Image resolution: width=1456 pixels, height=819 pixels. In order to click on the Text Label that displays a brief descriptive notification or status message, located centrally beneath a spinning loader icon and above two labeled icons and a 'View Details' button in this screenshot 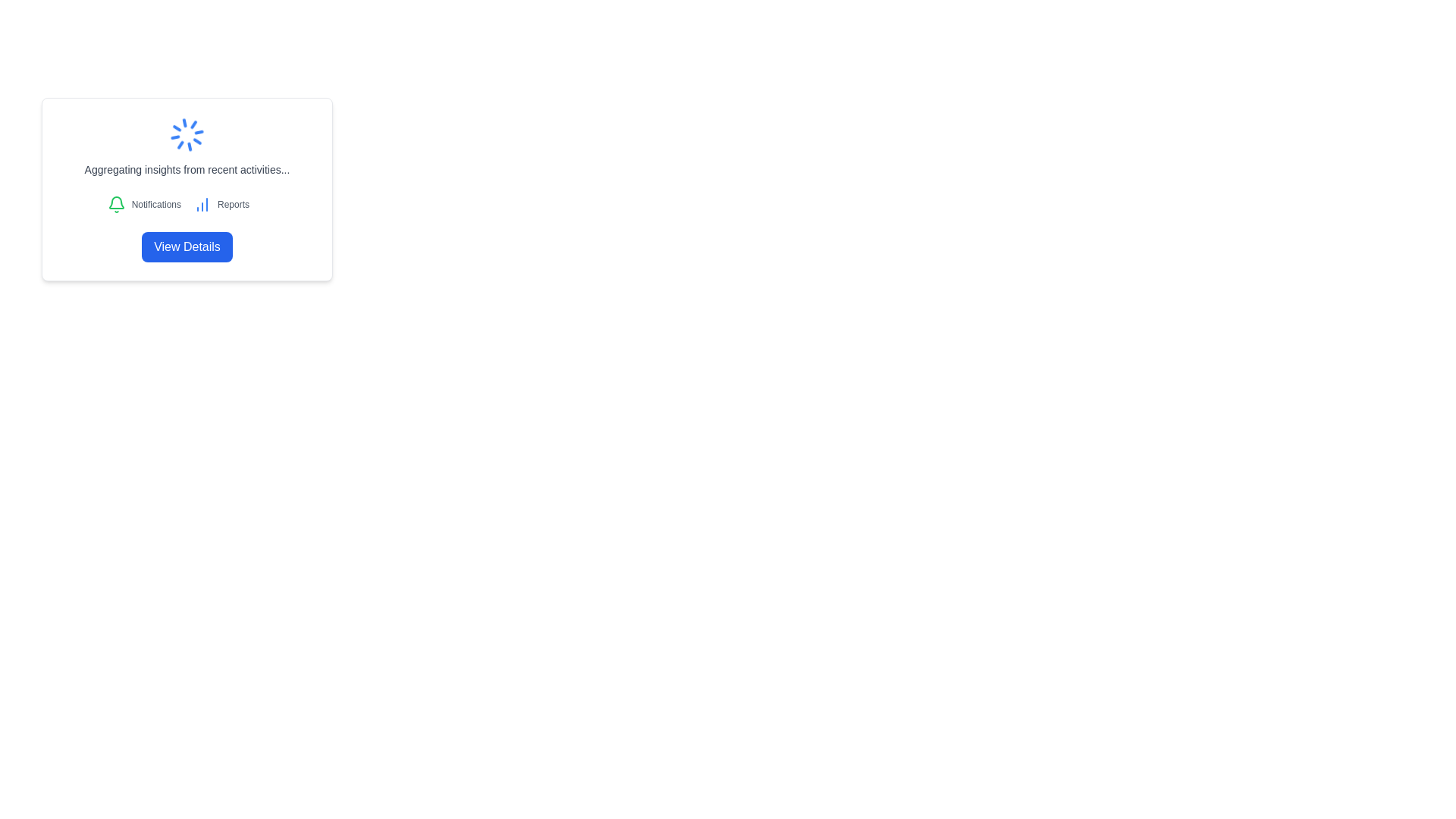, I will do `click(186, 169)`.